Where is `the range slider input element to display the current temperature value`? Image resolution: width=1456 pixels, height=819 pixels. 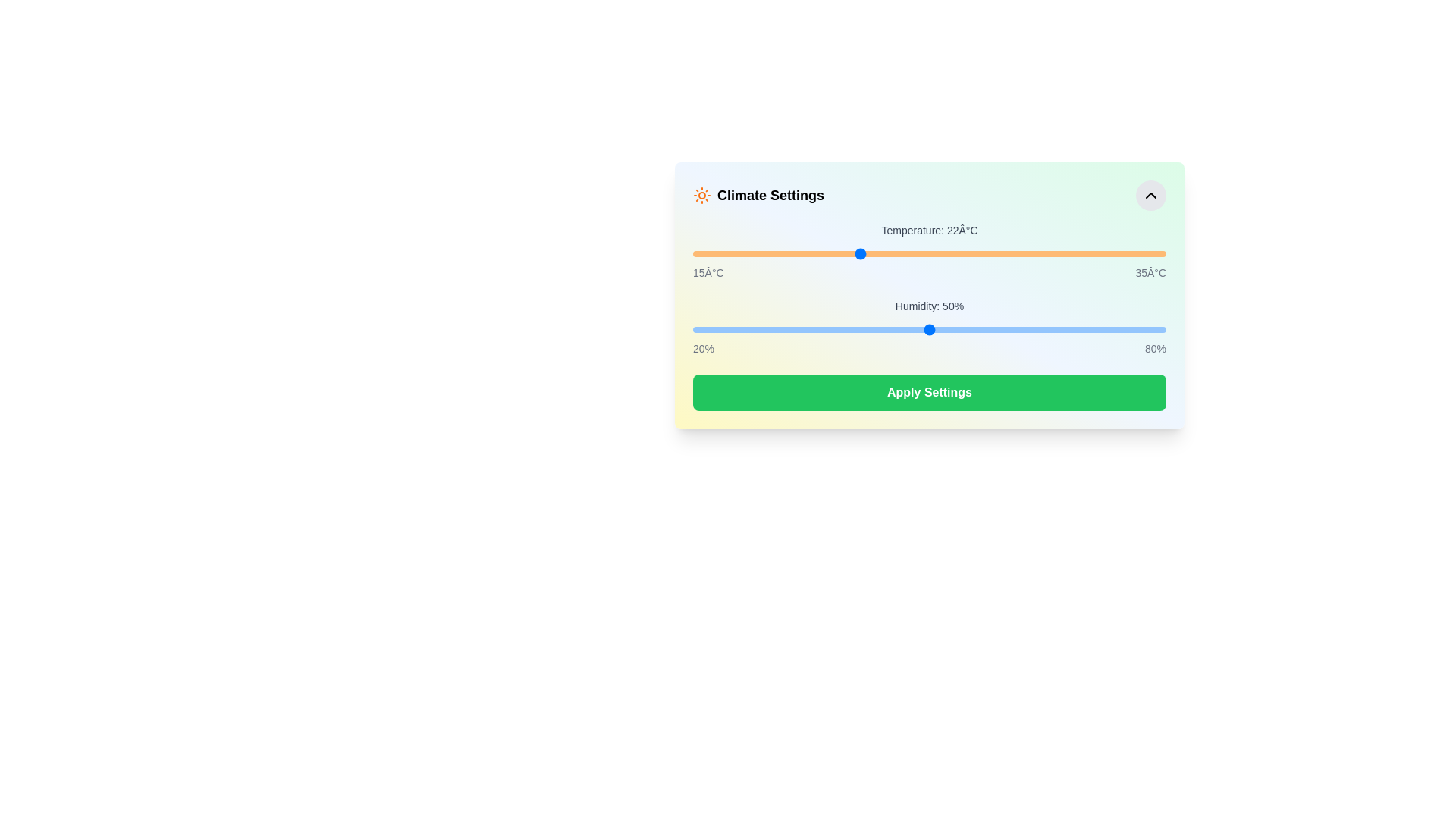 the range slider input element to display the current temperature value is located at coordinates (928, 253).